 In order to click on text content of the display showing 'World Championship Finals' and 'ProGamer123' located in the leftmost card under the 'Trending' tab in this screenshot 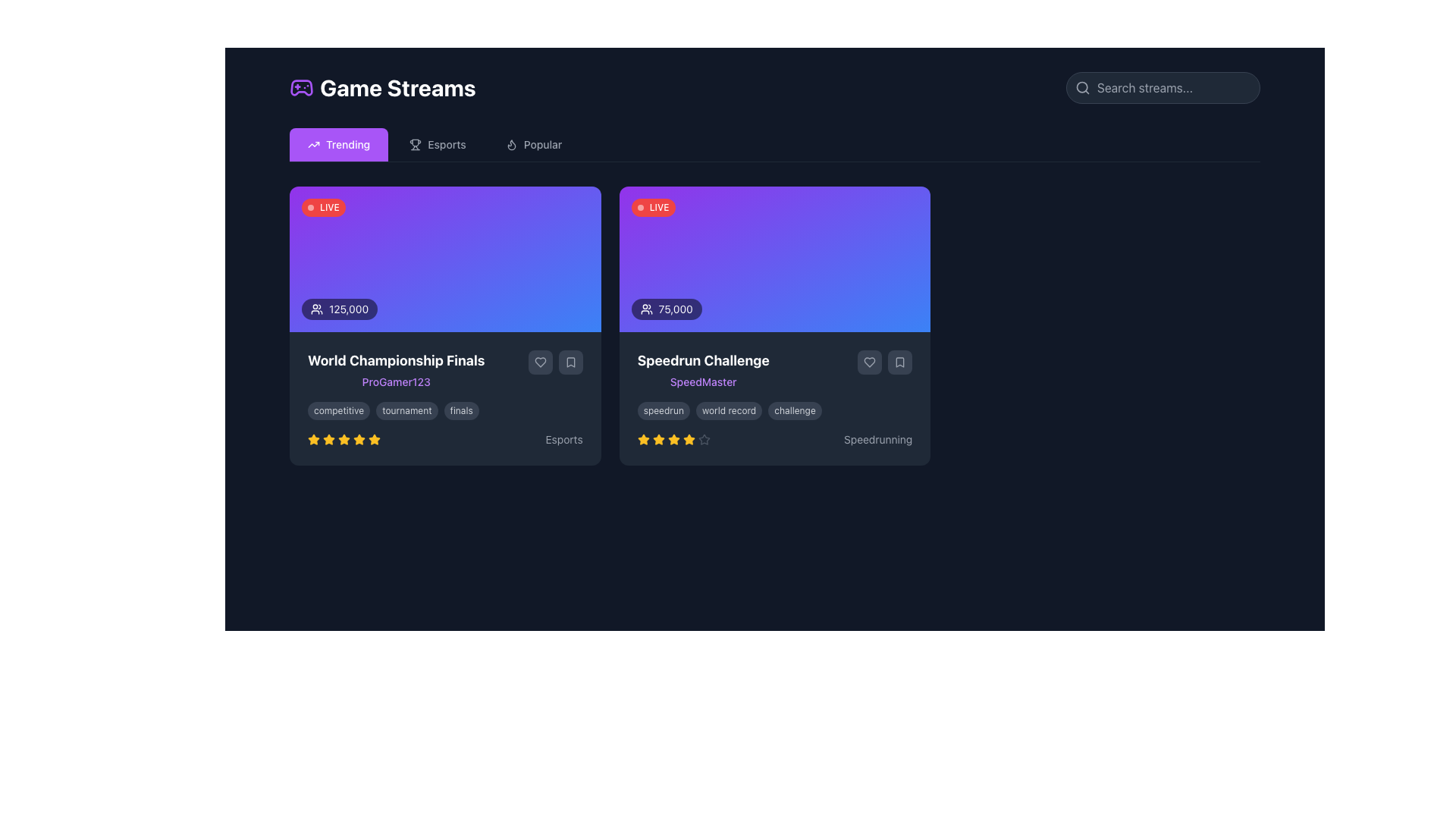, I will do `click(396, 370)`.